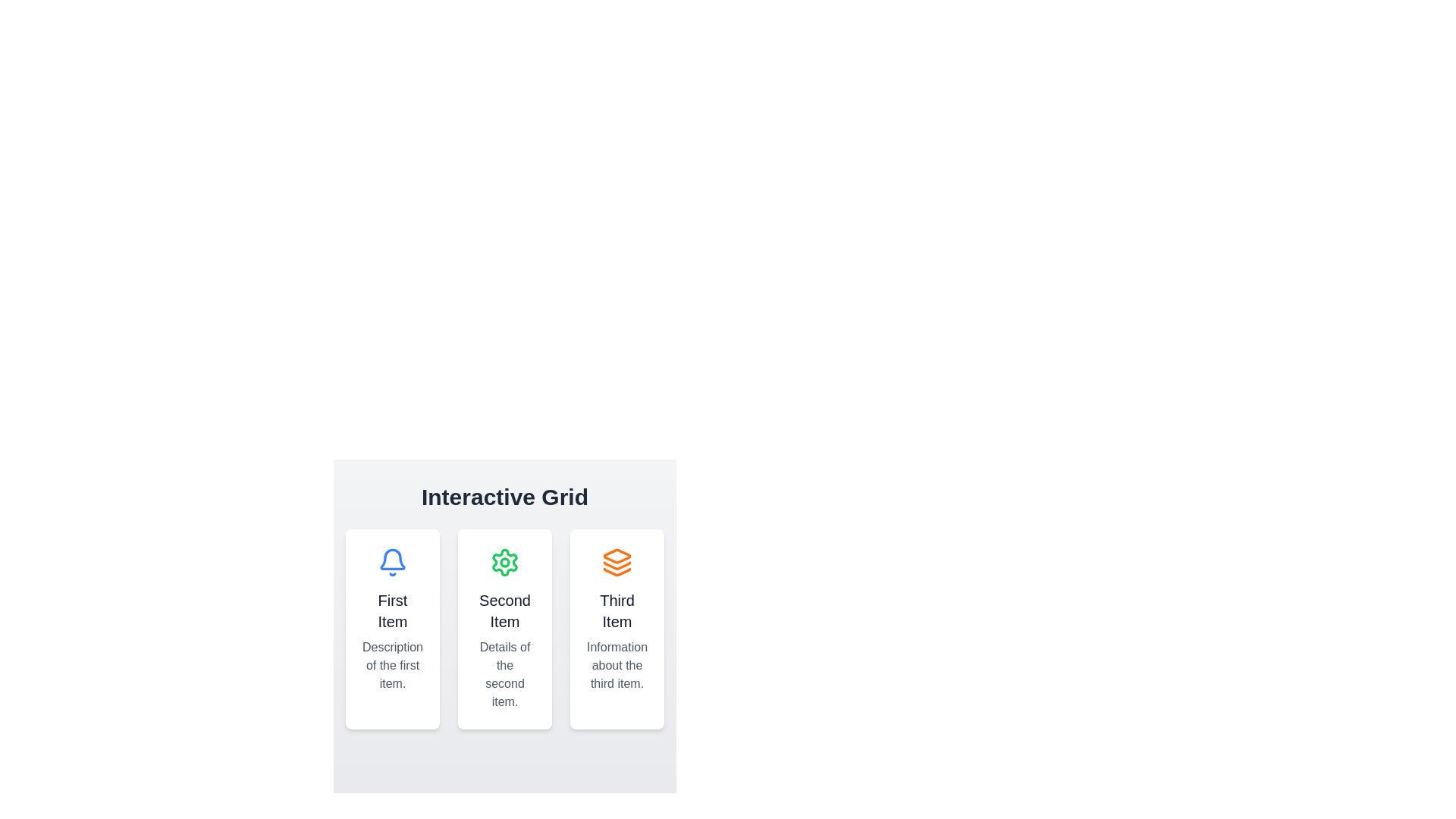  Describe the element at coordinates (617, 566) in the screenshot. I see `the middle layer of the three-layer stack icon, which is illustrated in an orange line-color and located in the 'Third Item' section of the grid layout` at that location.